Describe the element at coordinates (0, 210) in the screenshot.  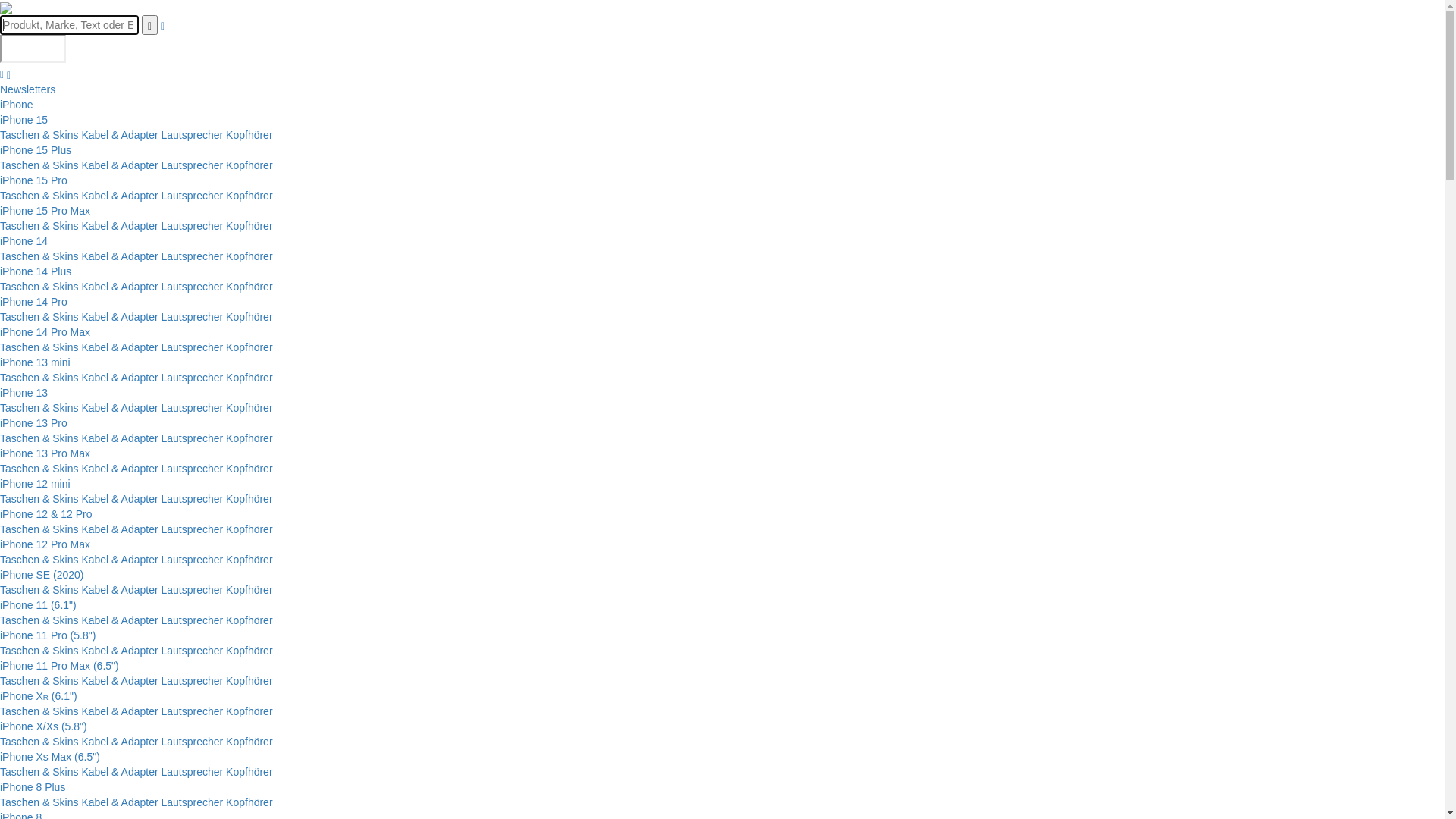
I see `'iPhone 15 Pro Max'` at that location.